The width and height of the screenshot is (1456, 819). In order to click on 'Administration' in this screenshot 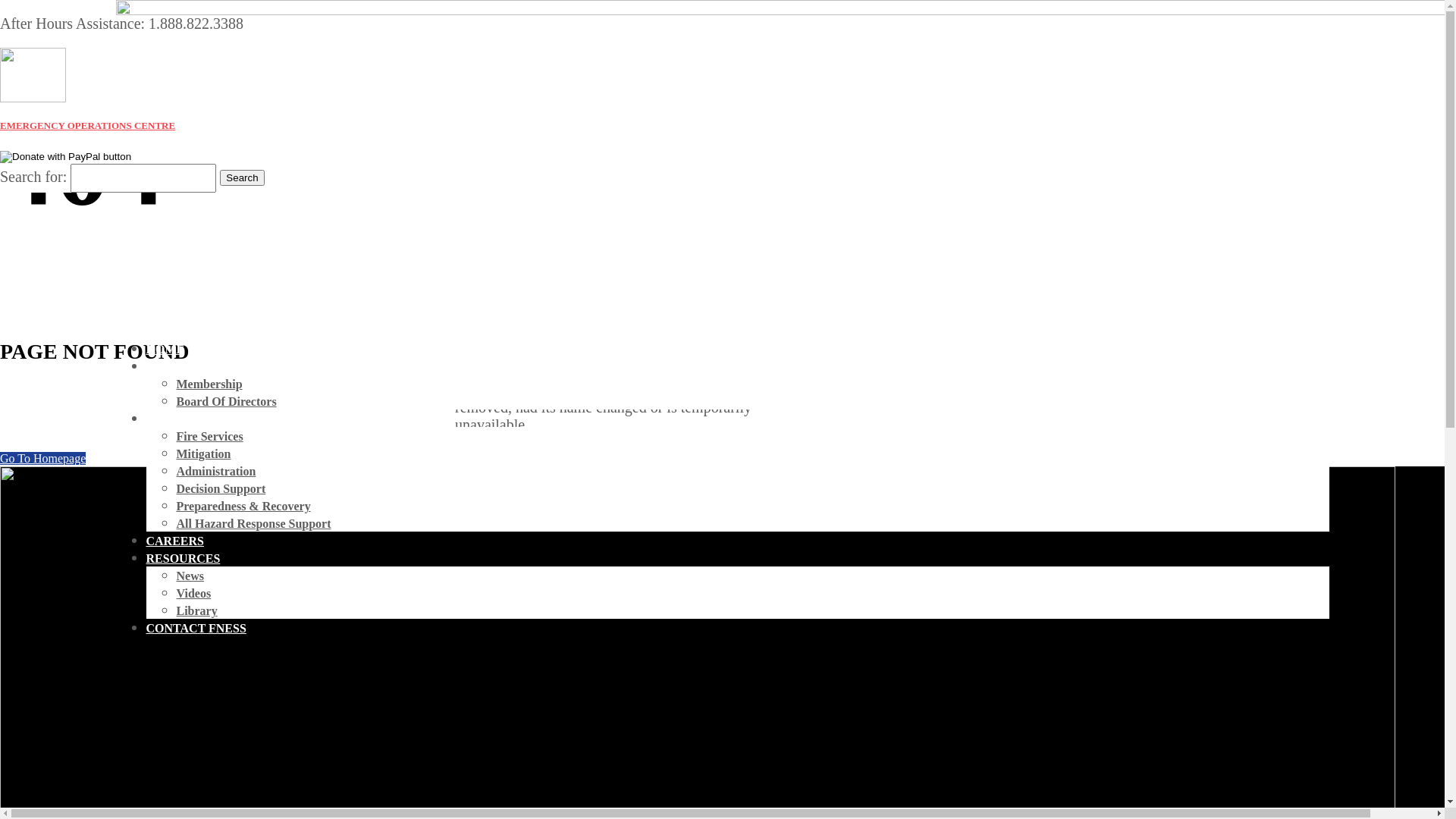, I will do `click(215, 470)`.